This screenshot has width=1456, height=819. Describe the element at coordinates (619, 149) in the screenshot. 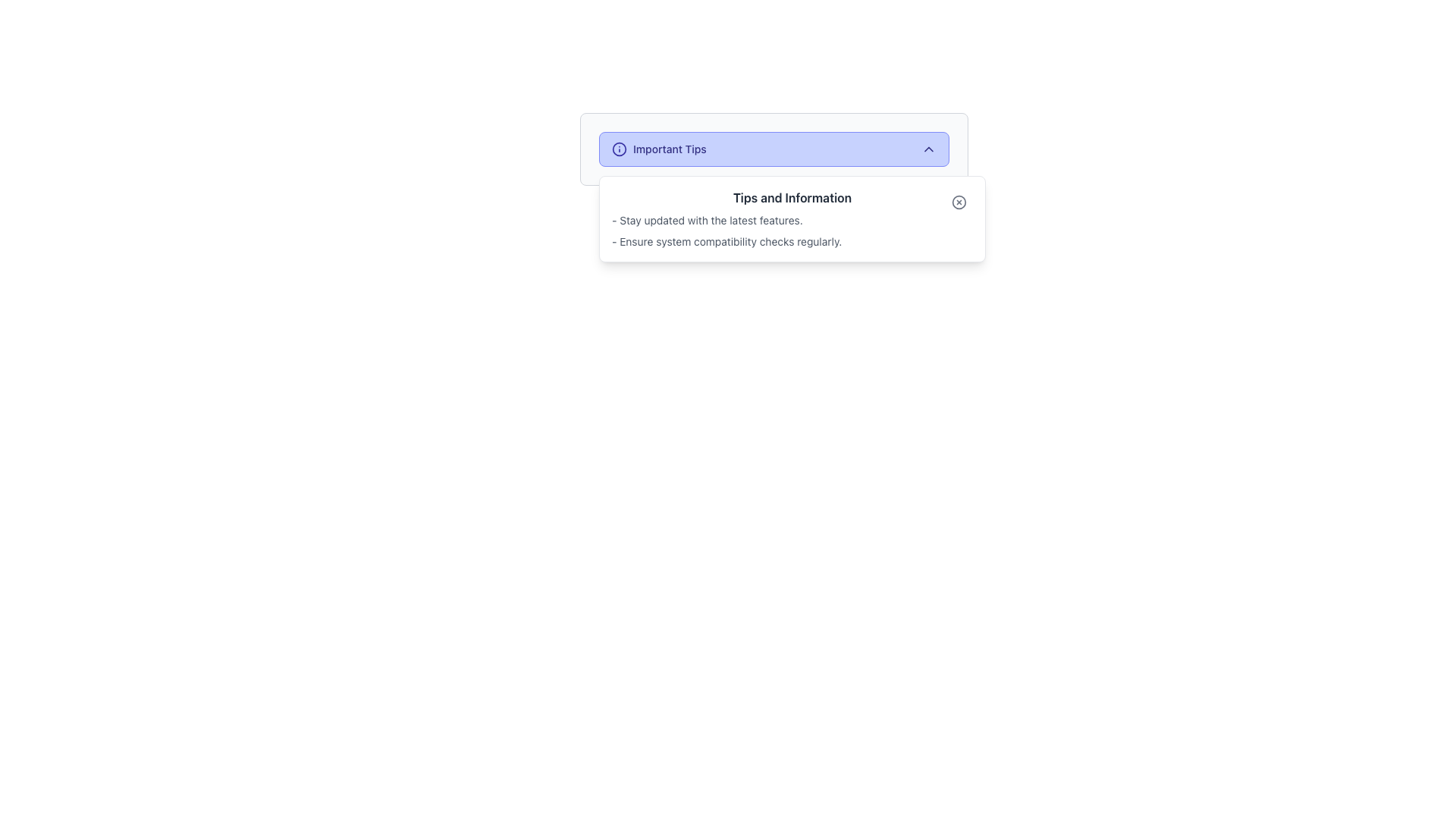

I see `circular vector graphic (SVG element) located in the center of the information icon to the left of the 'Important Tips' heading, which has a thin border and no fill` at that location.